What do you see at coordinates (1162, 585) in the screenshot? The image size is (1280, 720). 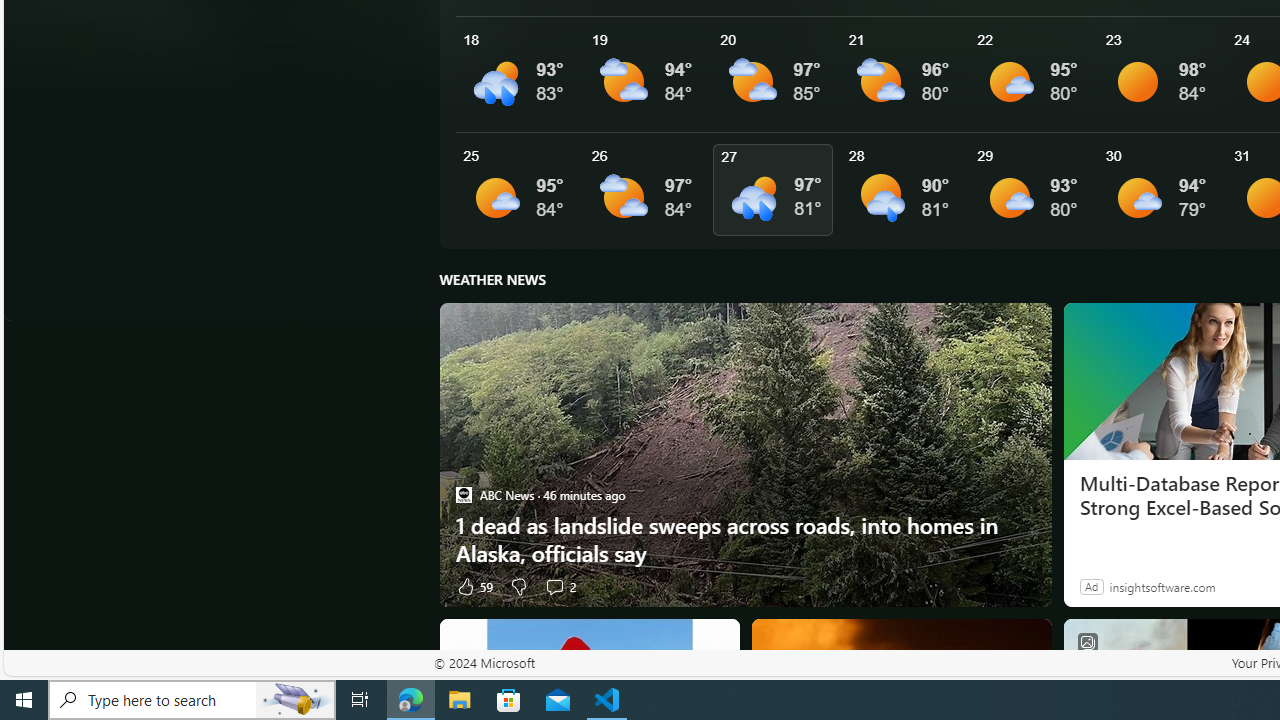 I see `'insightsoftware.com'` at bounding box center [1162, 585].